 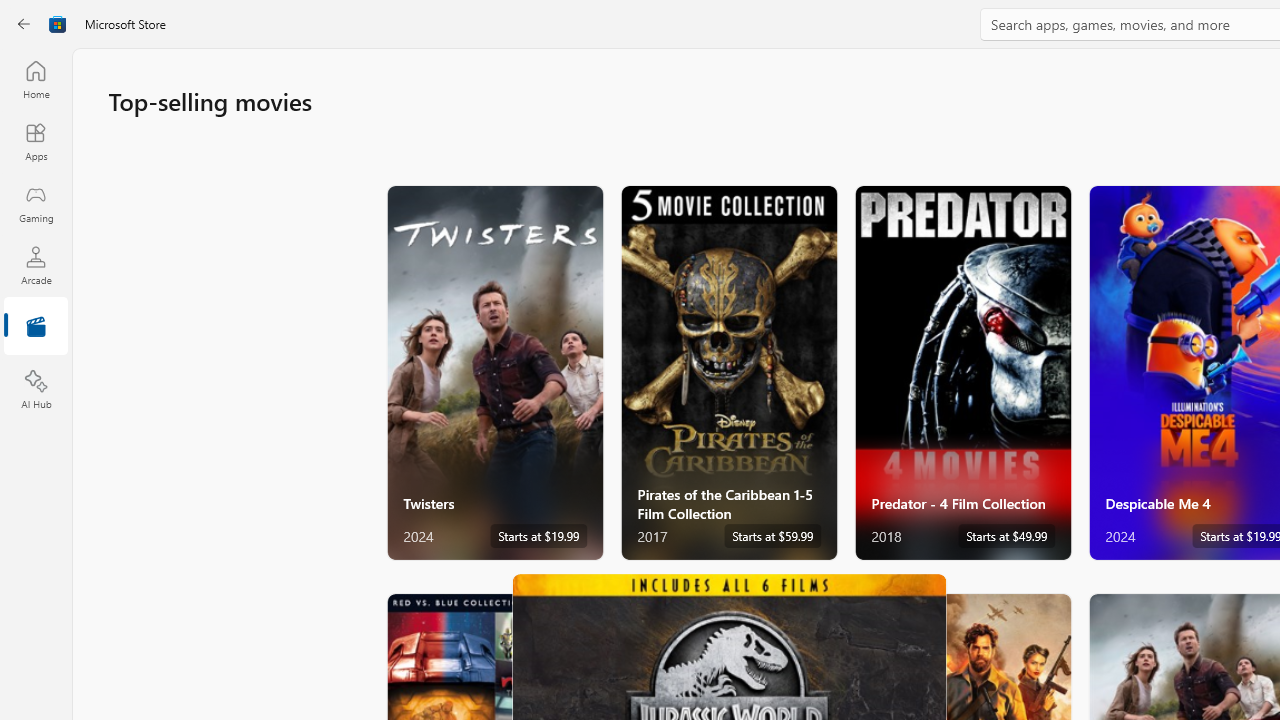 I want to click on 'Back', so click(x=24, y=24).